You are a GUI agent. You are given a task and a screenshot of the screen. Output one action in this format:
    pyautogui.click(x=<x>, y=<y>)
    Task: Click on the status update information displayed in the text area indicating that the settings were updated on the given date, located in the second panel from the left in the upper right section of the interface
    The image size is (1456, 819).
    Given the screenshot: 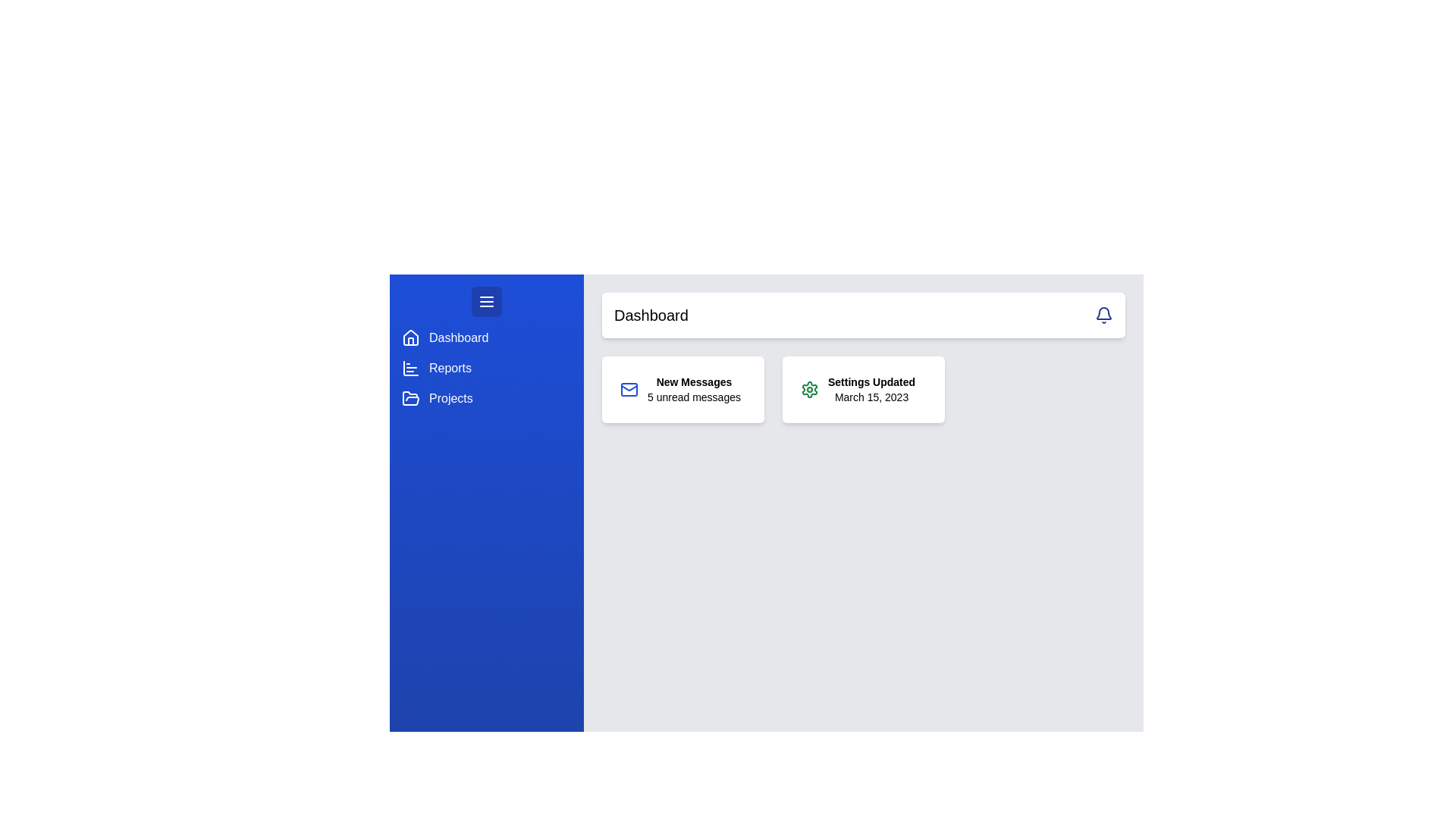 What is the action you would take?
    pyautogui.click(x=871, y=388)
    